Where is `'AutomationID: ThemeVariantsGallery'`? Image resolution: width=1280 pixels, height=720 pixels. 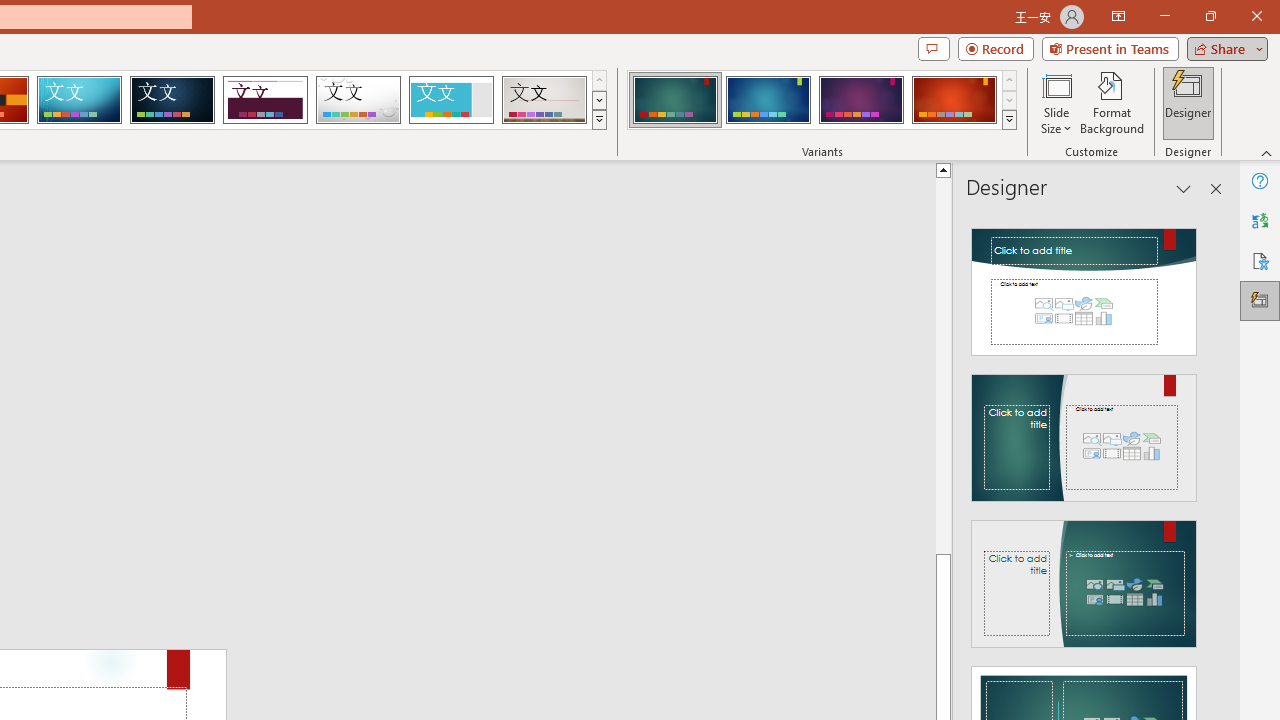
'AutomationID: ThemeVariantsGallery' is located at coordinates (823, 100).